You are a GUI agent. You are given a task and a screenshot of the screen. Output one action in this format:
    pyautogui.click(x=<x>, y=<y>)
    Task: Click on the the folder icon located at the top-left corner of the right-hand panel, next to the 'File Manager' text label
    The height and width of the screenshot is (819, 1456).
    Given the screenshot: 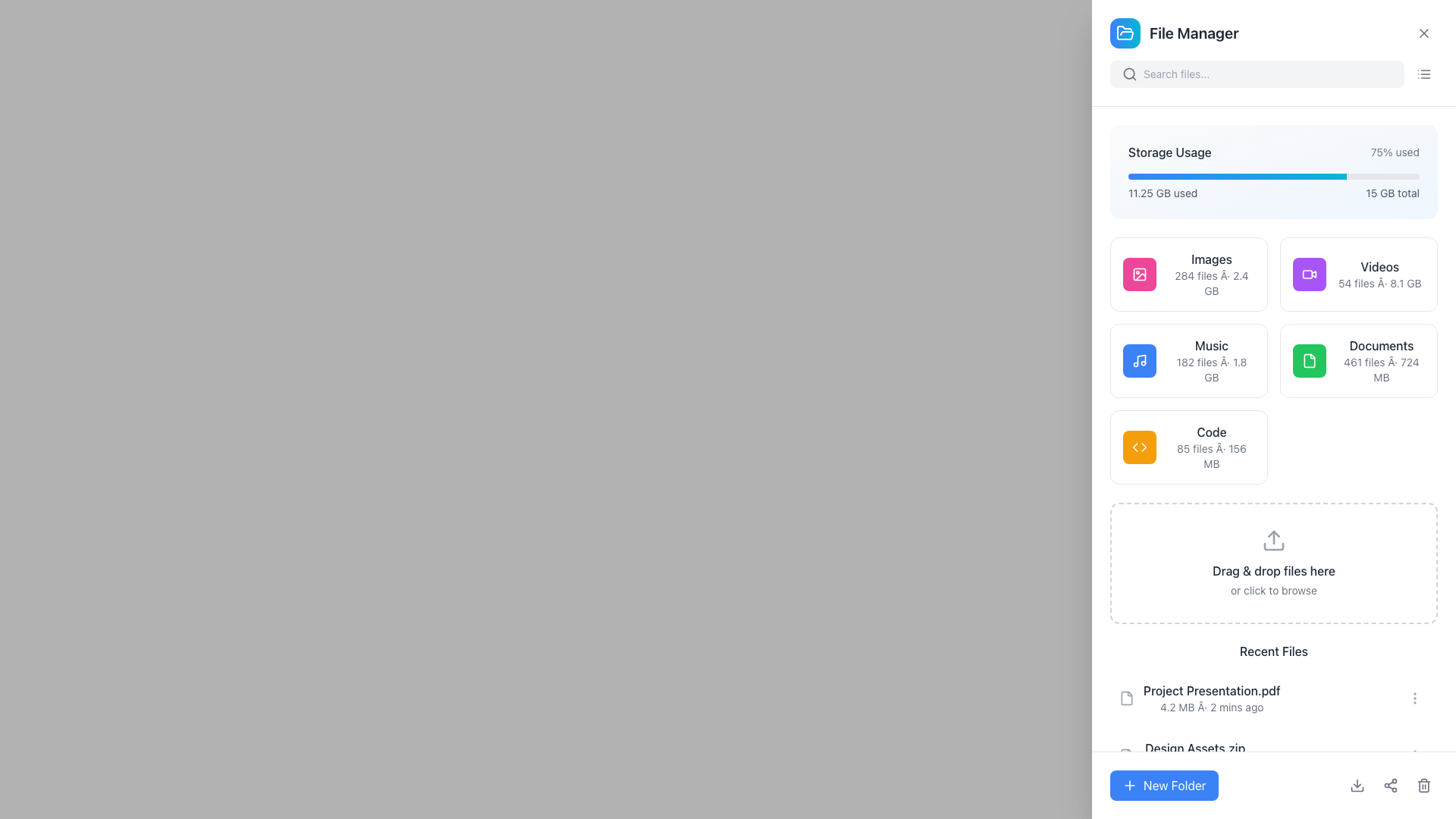 What is the action you would take?
    pyautogui.click(x=1125, y=33)
    